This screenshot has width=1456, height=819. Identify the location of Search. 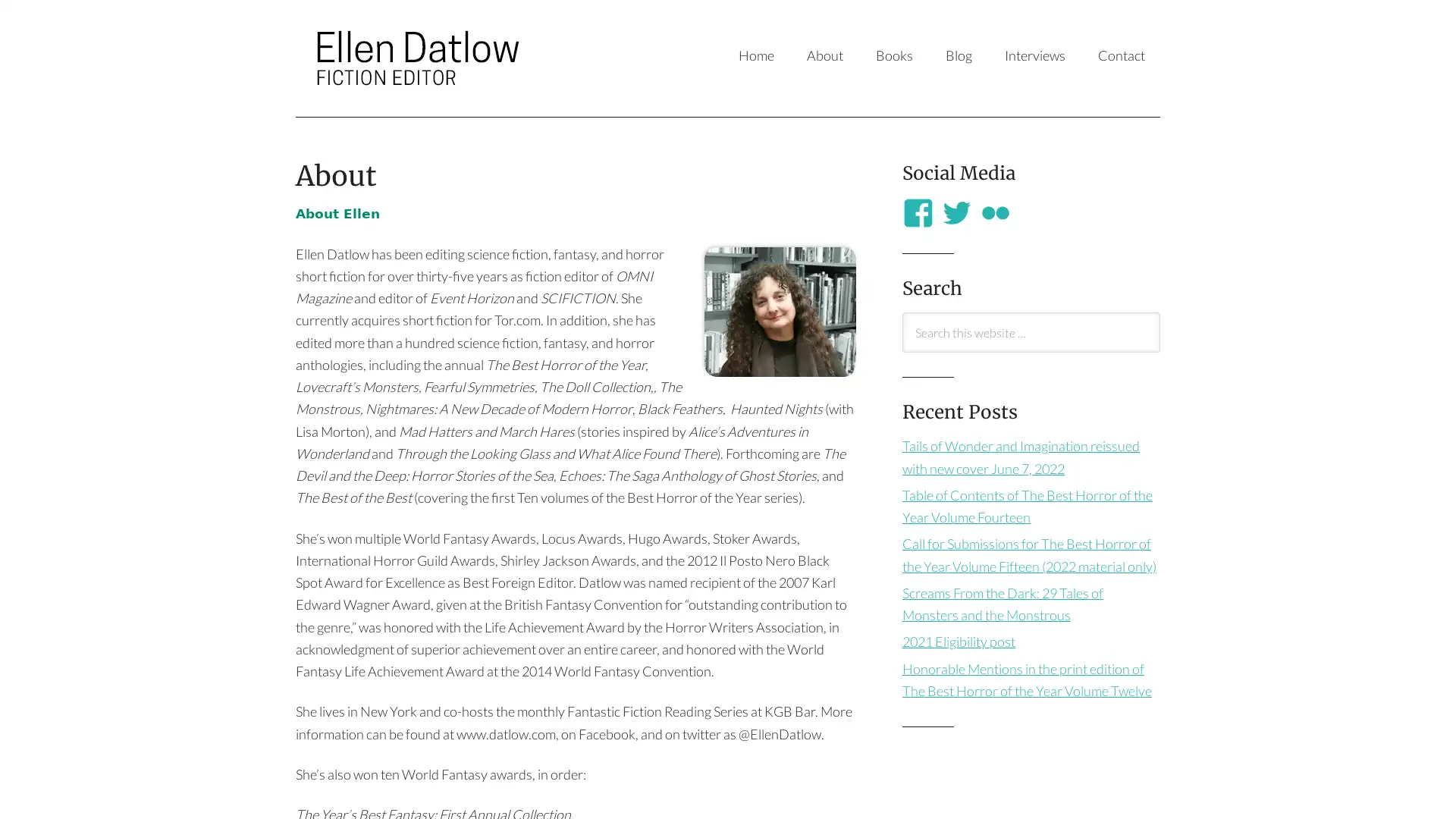
(902, 351).